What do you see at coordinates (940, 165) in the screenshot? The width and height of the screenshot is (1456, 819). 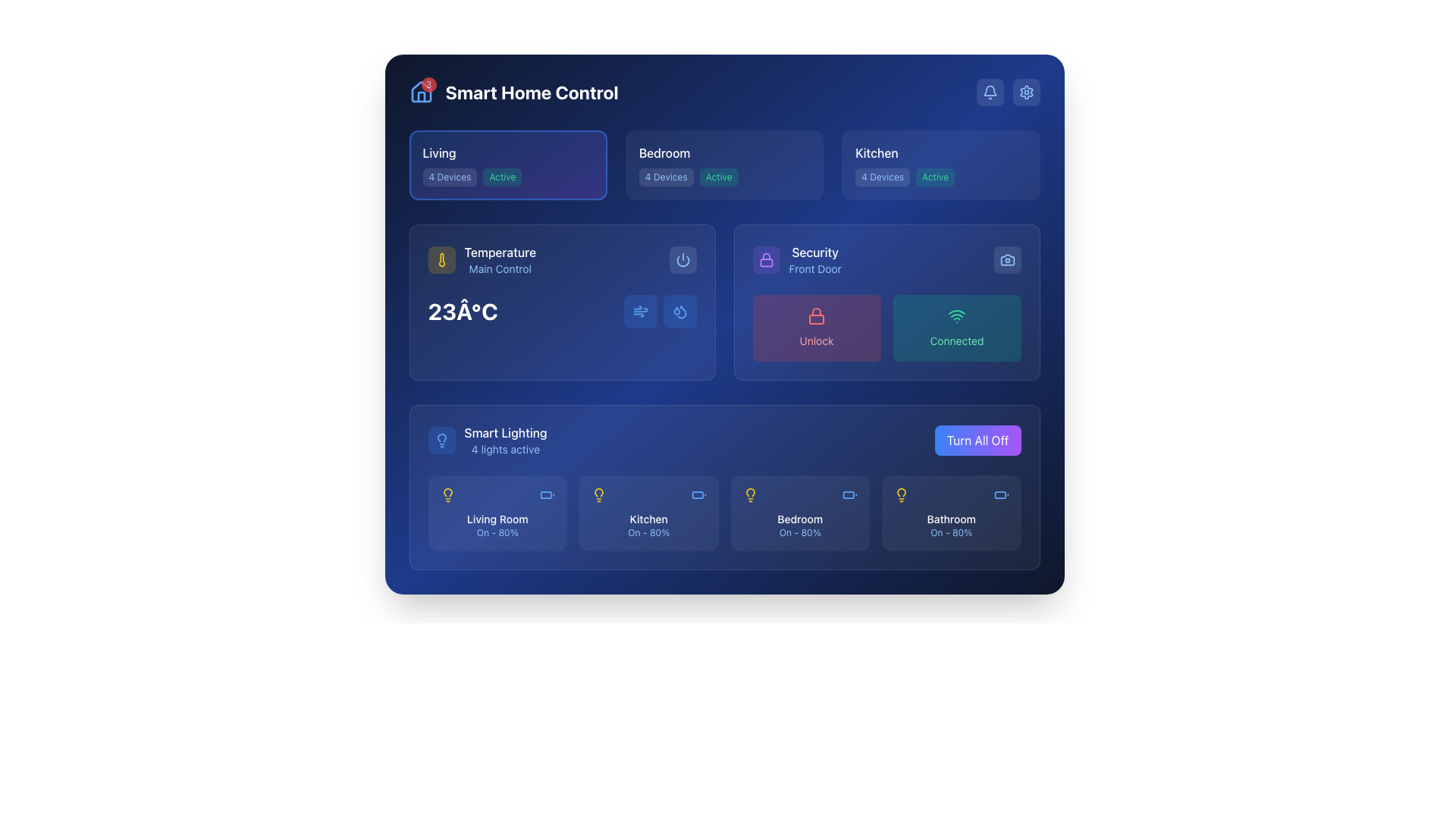 I see `the interactive information tile representing the 'Kitchen' section` at bounding box center [940, 165].